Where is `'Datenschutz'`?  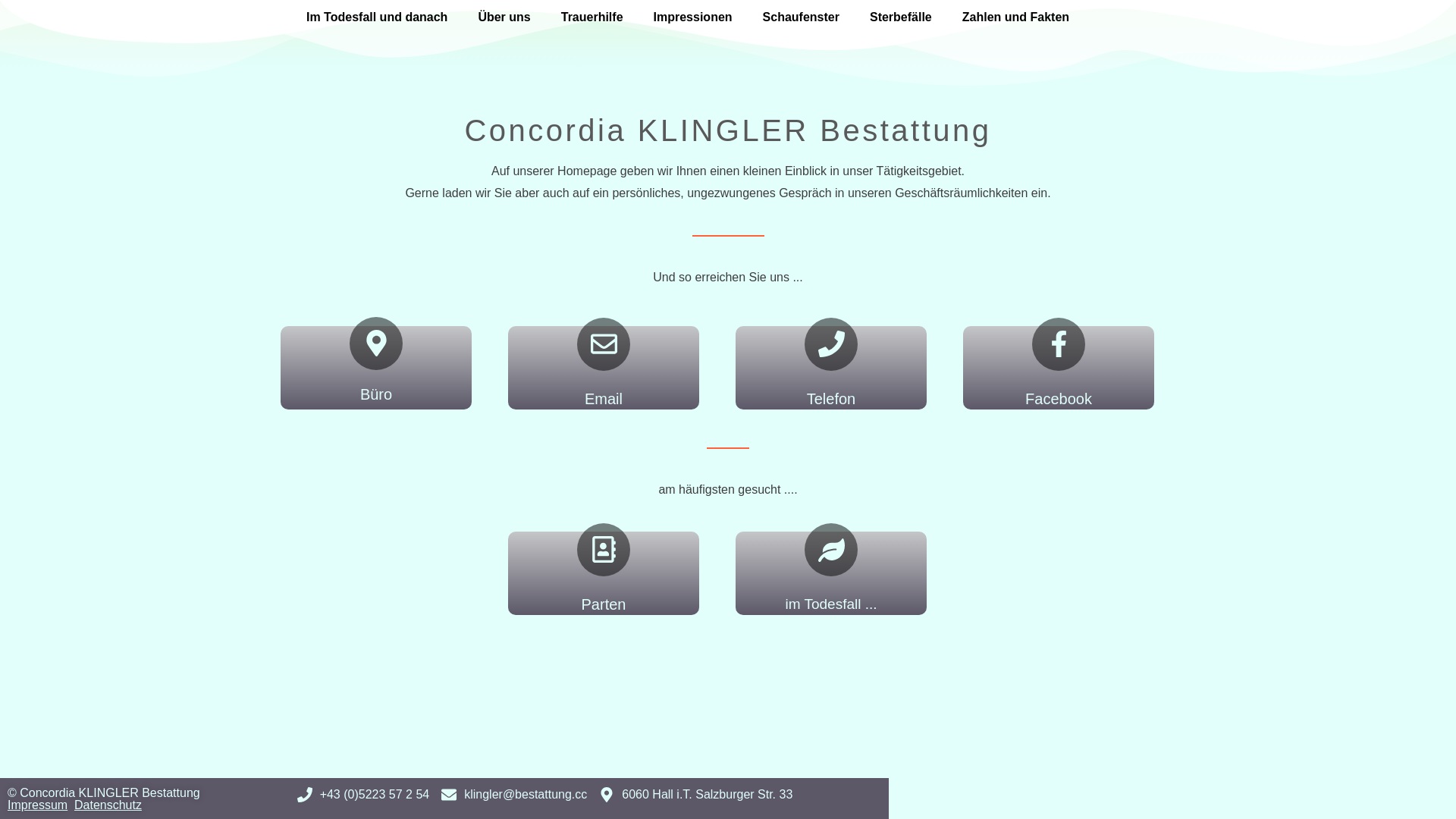
'Datenschutz' is located at coordinates (107, 804).